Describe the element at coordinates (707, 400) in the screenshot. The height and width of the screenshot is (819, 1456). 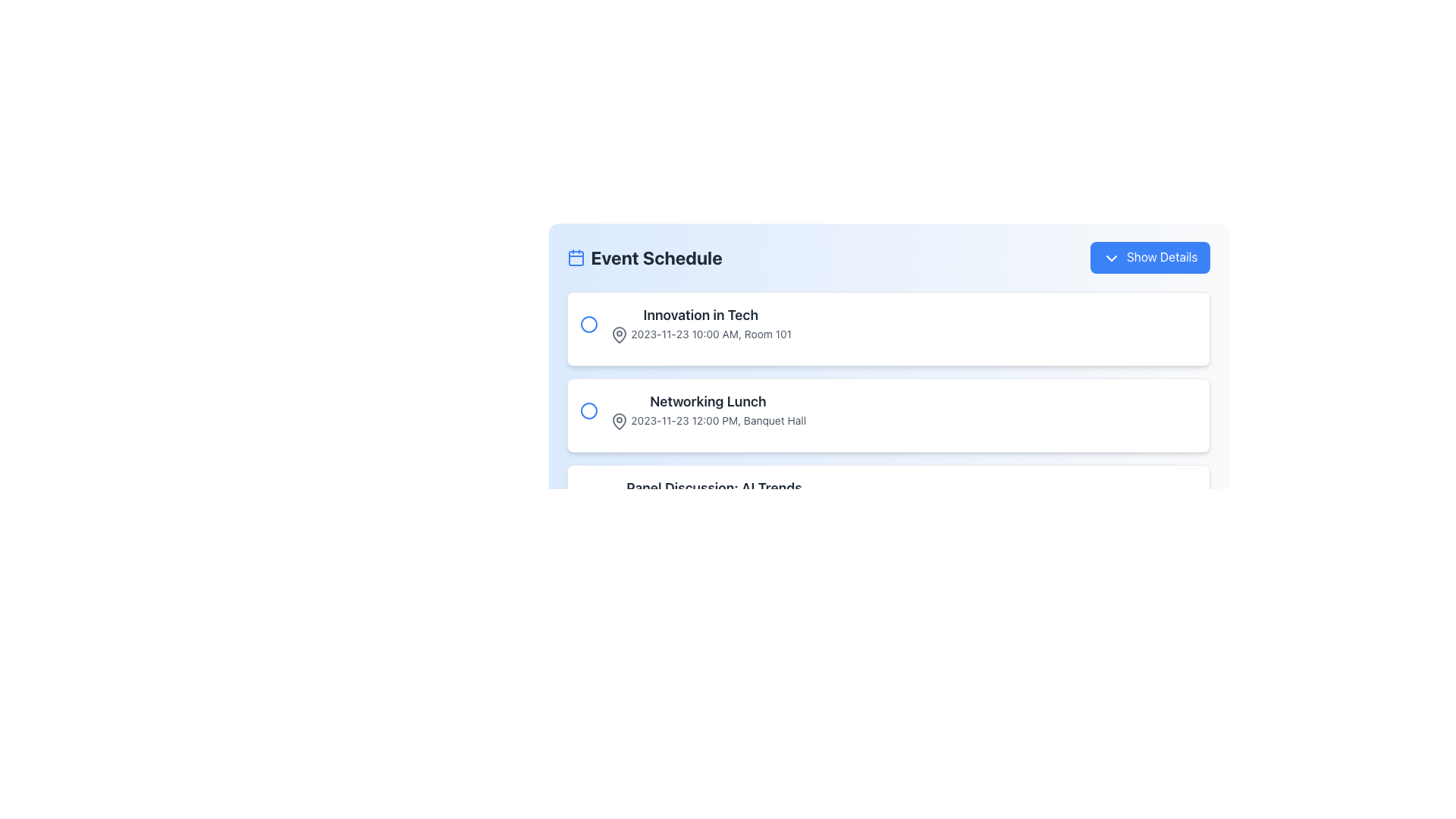
I see `the bolded text label displaying 'Networking Lunch', which is styled with a larger font size and dark gray color, located above the text '2023-11-23 12:00 PM, Banquet Hall'` at that location.